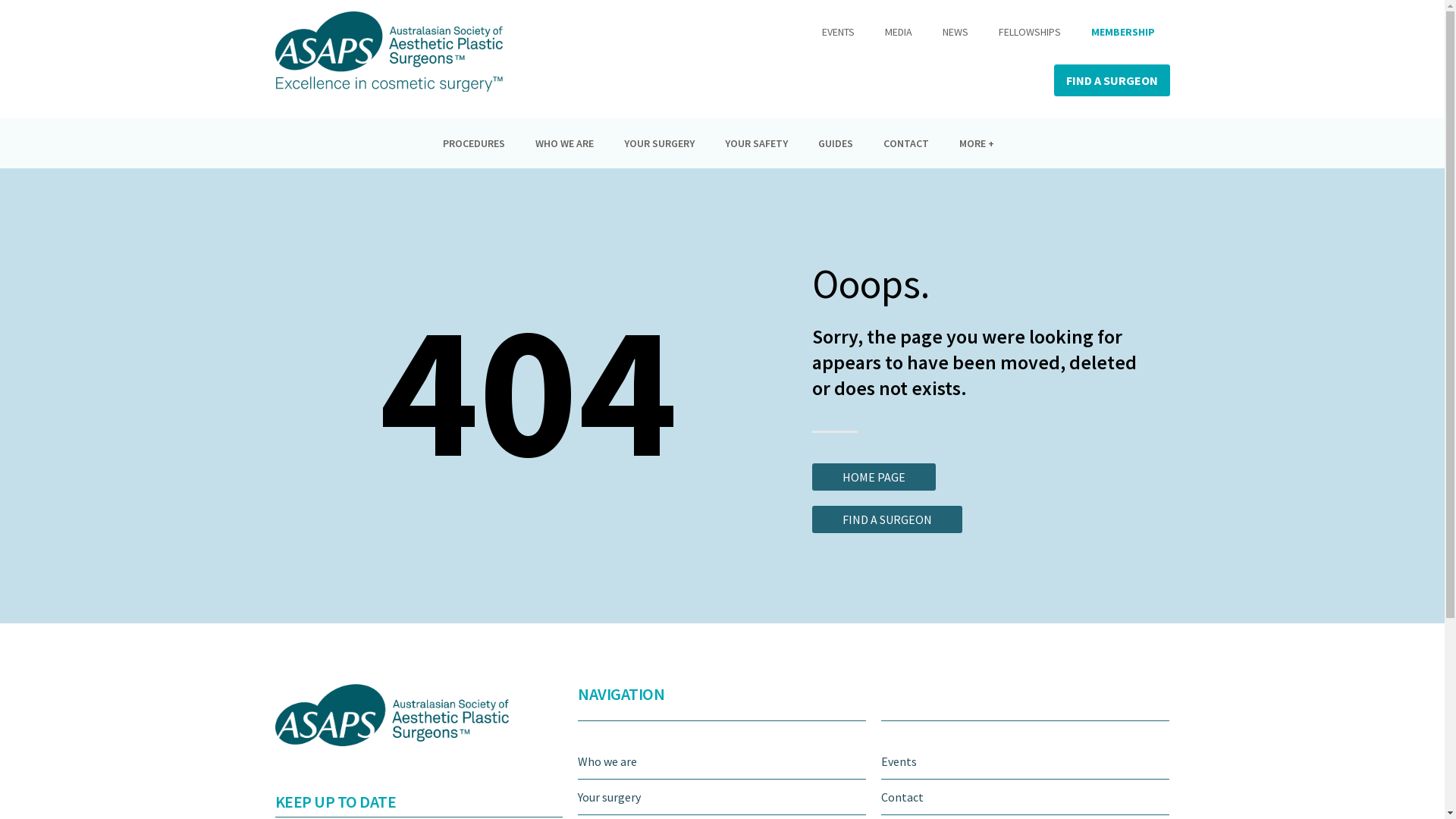  What do you see at coordinates (1112, 80) in the screenshot?
I see `'FIND A SURGEON'` at bounding box center [1112, 80].